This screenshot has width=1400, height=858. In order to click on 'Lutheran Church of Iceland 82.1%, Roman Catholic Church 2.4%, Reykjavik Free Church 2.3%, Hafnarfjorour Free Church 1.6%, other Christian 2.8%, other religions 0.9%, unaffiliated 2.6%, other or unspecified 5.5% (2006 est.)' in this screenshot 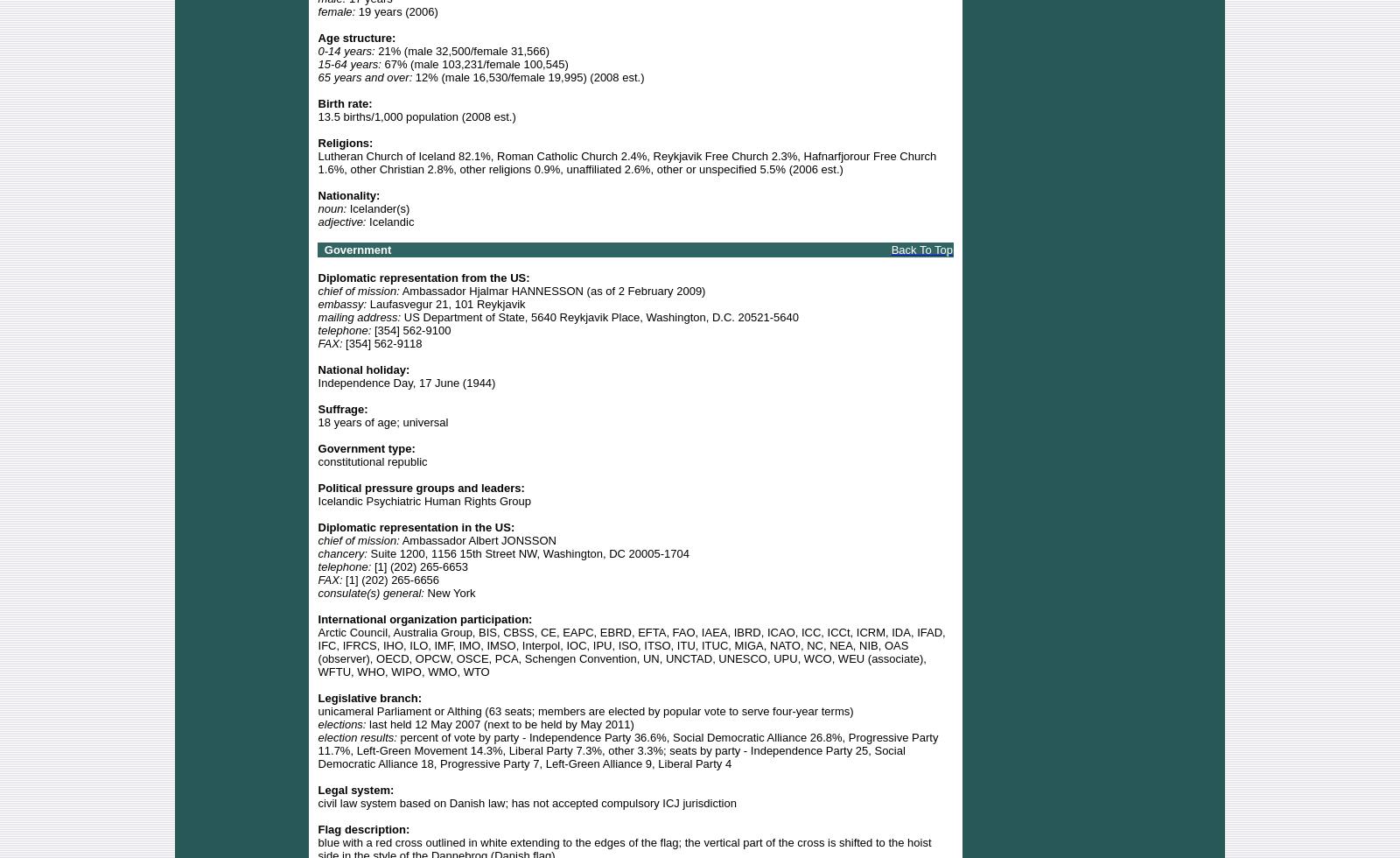, I will do `click(626, 162)`.